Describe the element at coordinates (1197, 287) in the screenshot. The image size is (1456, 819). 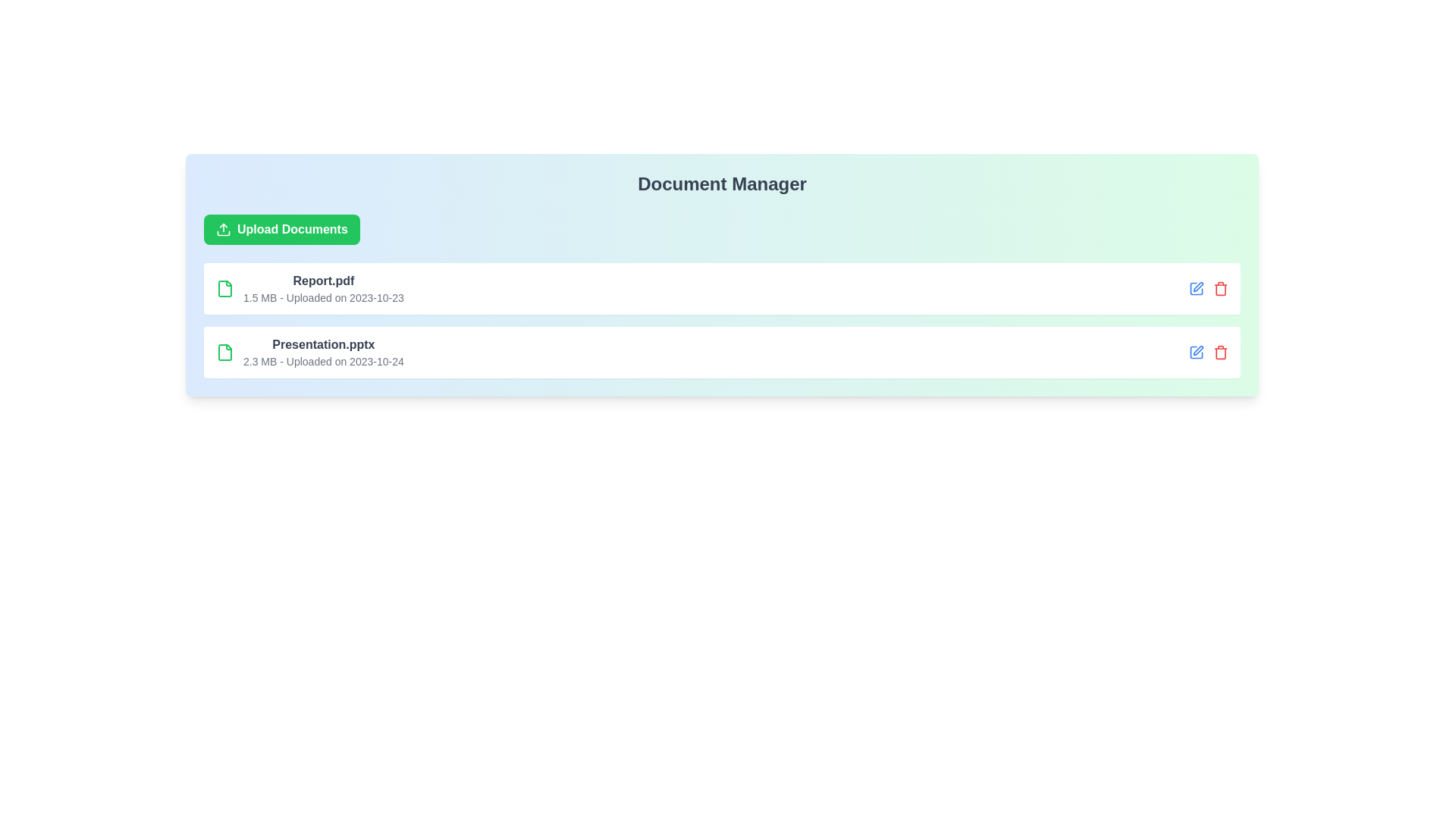
I see `the edit icon/button located at the right end of the second row of listed documents` at that location.